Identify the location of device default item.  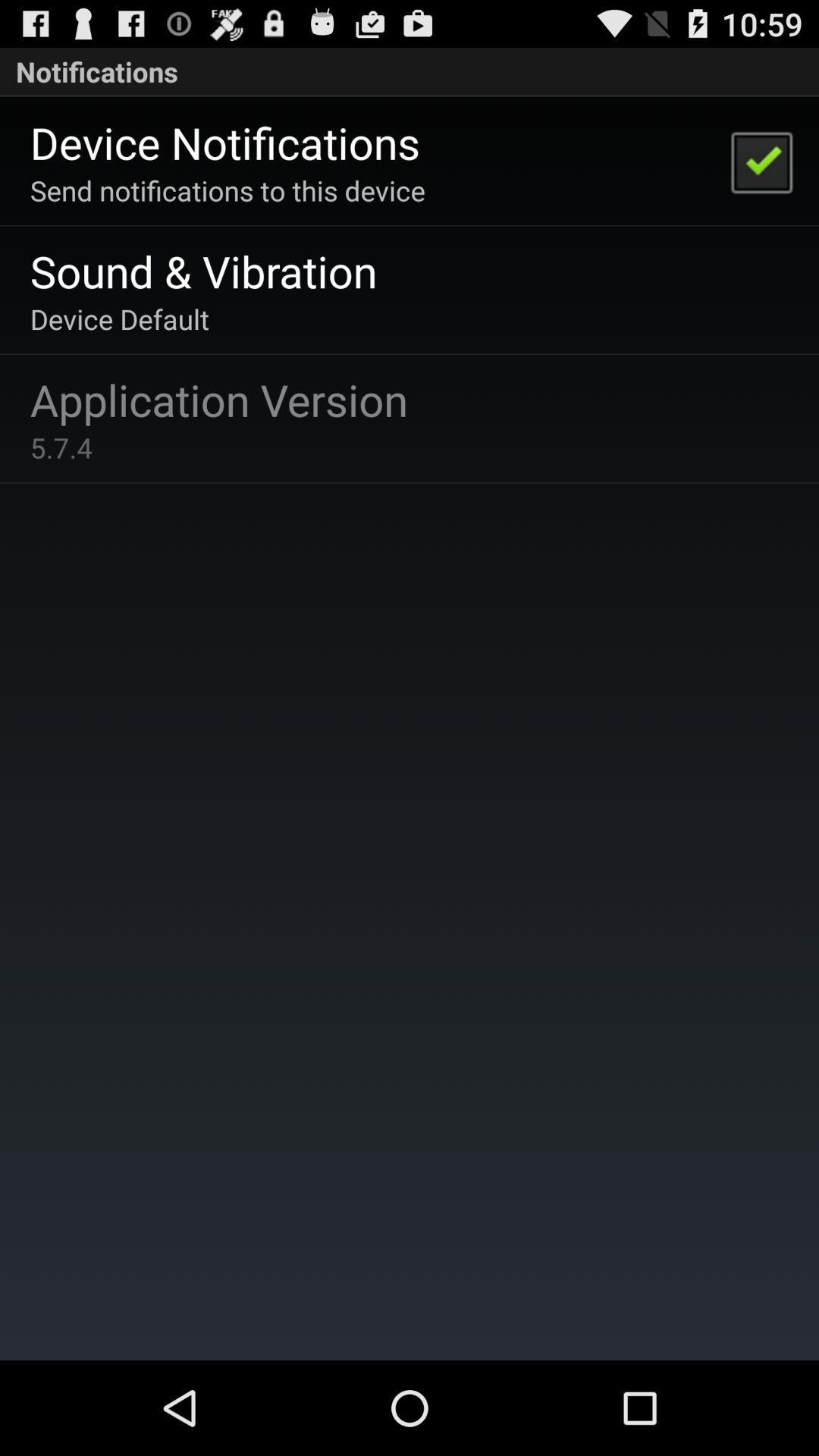
(118, 318).